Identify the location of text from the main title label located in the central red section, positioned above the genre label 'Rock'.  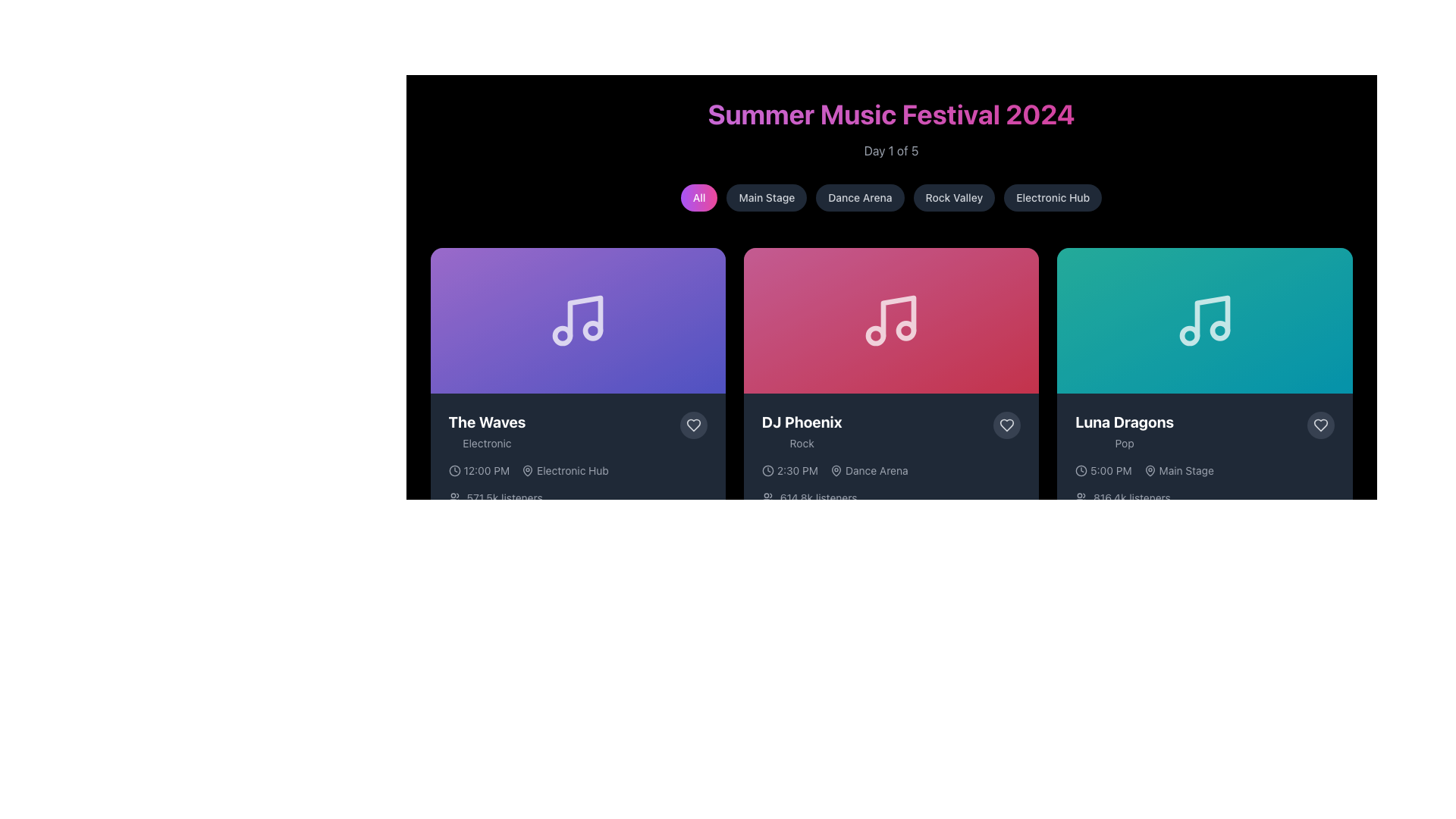
(801, 422).